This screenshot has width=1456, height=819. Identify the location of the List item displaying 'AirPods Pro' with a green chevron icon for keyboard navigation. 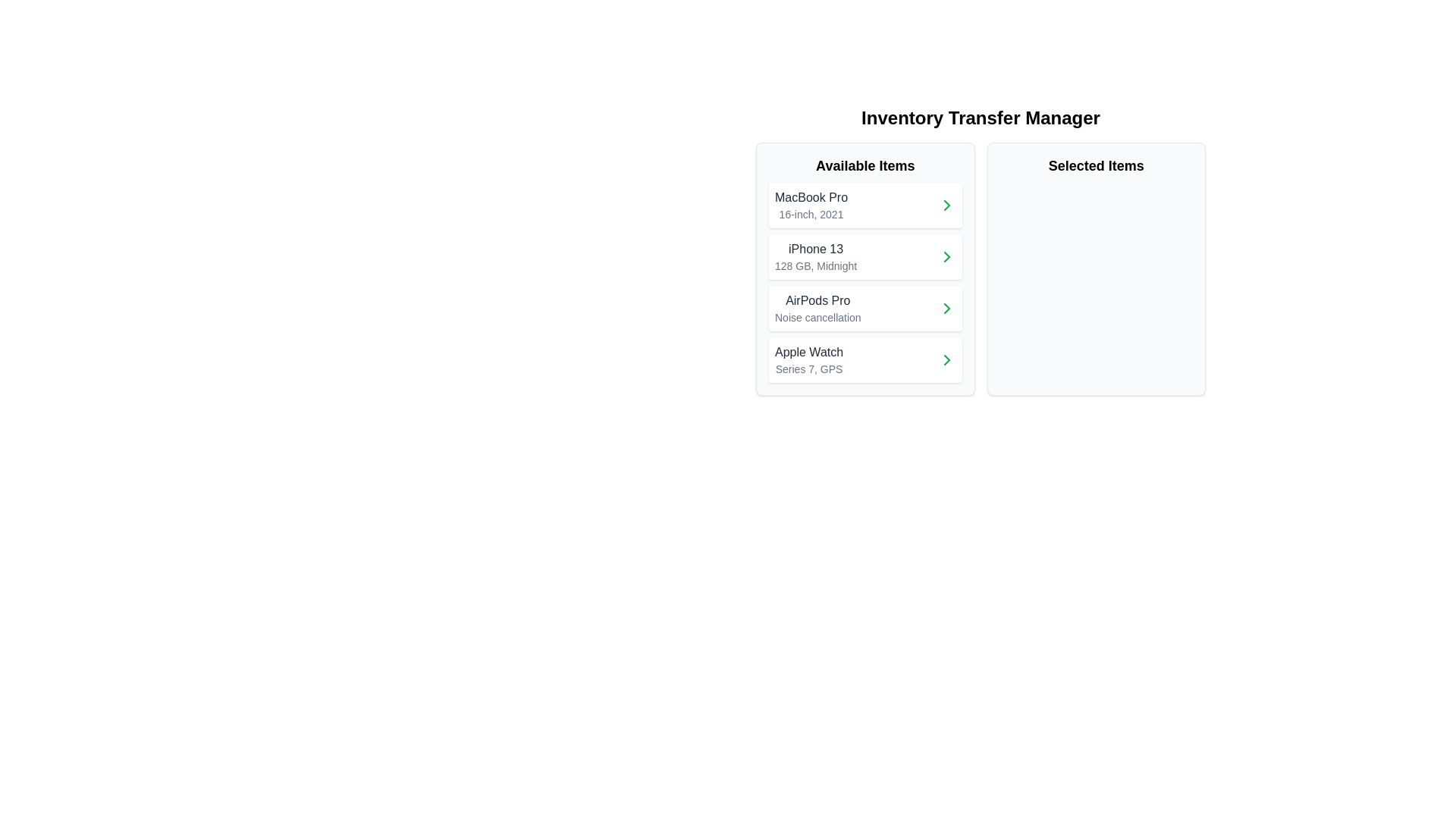
(865, 308).